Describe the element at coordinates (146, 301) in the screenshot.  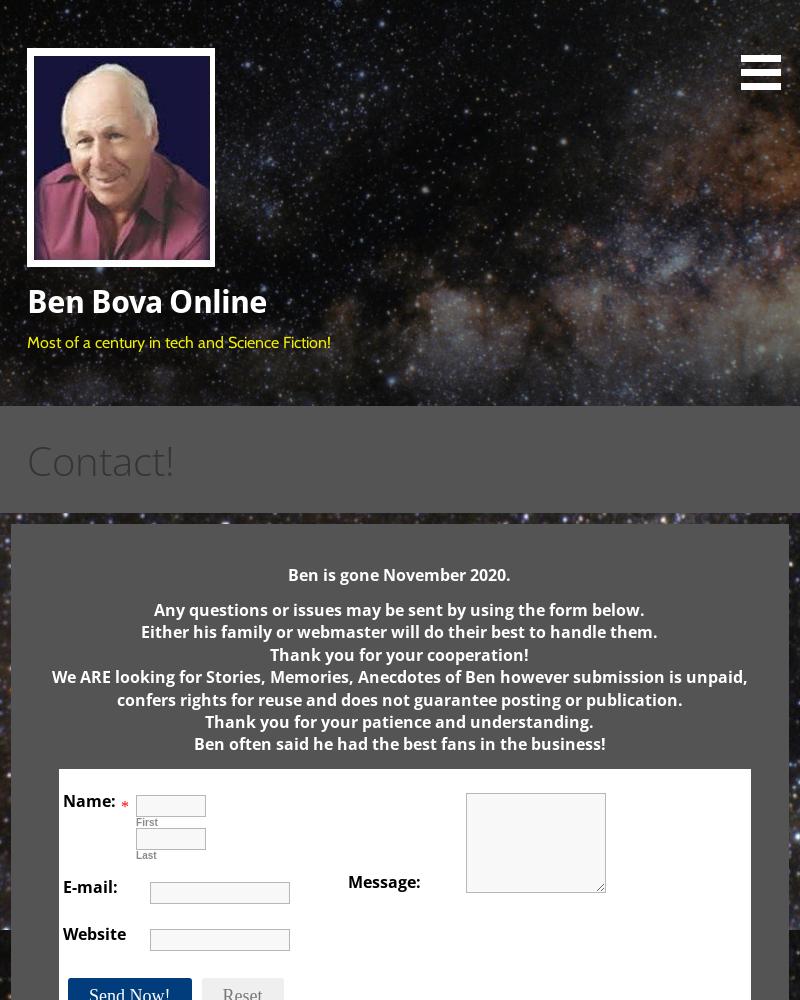
I see `'Ben Bova Online'` at that location.